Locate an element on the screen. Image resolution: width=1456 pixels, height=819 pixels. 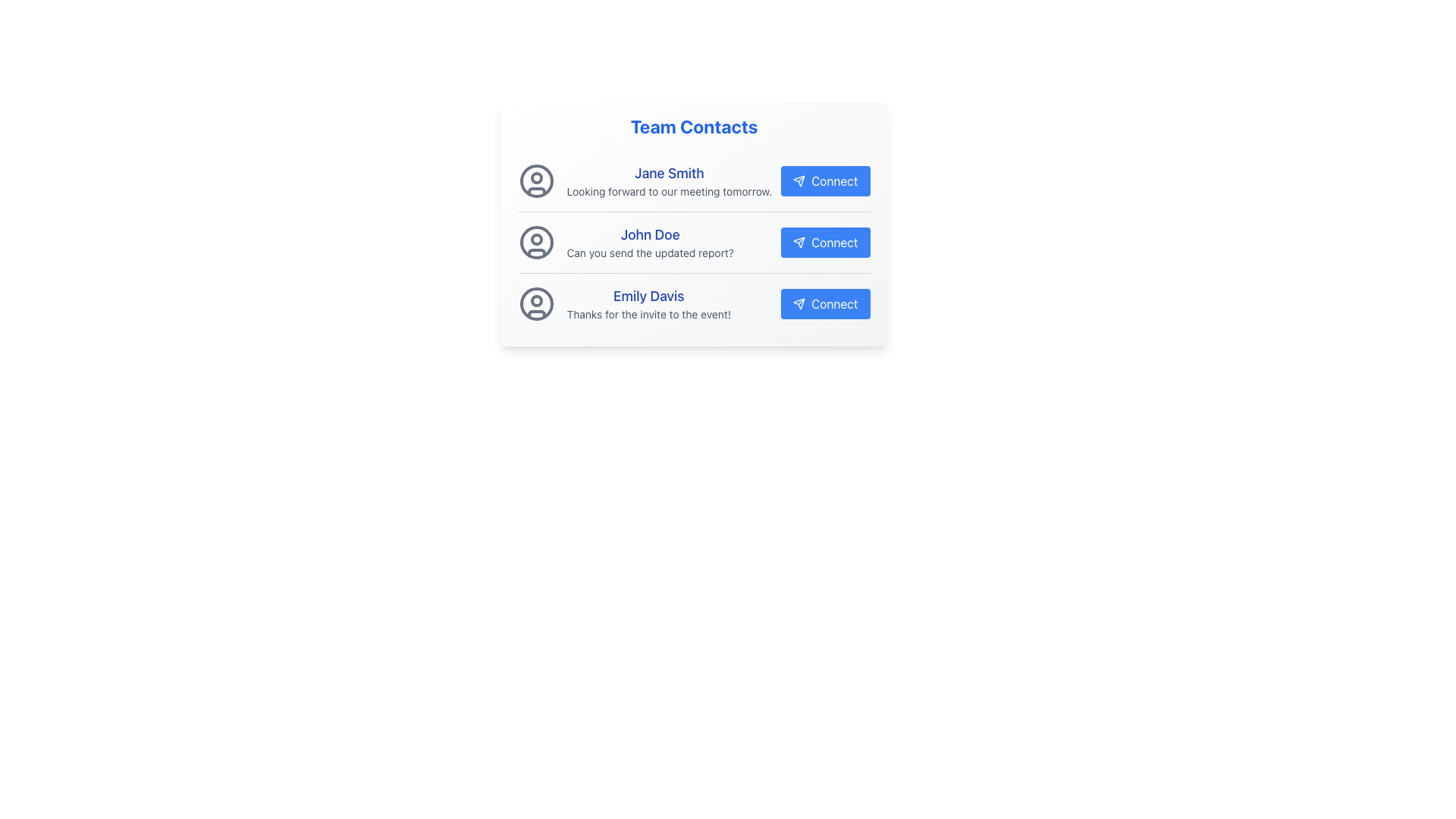
the area of the Text Display showing 'Emily Davis' and the message 'Thanks for the invite to the event!' to inspect it is located at coordinates (648, 304).